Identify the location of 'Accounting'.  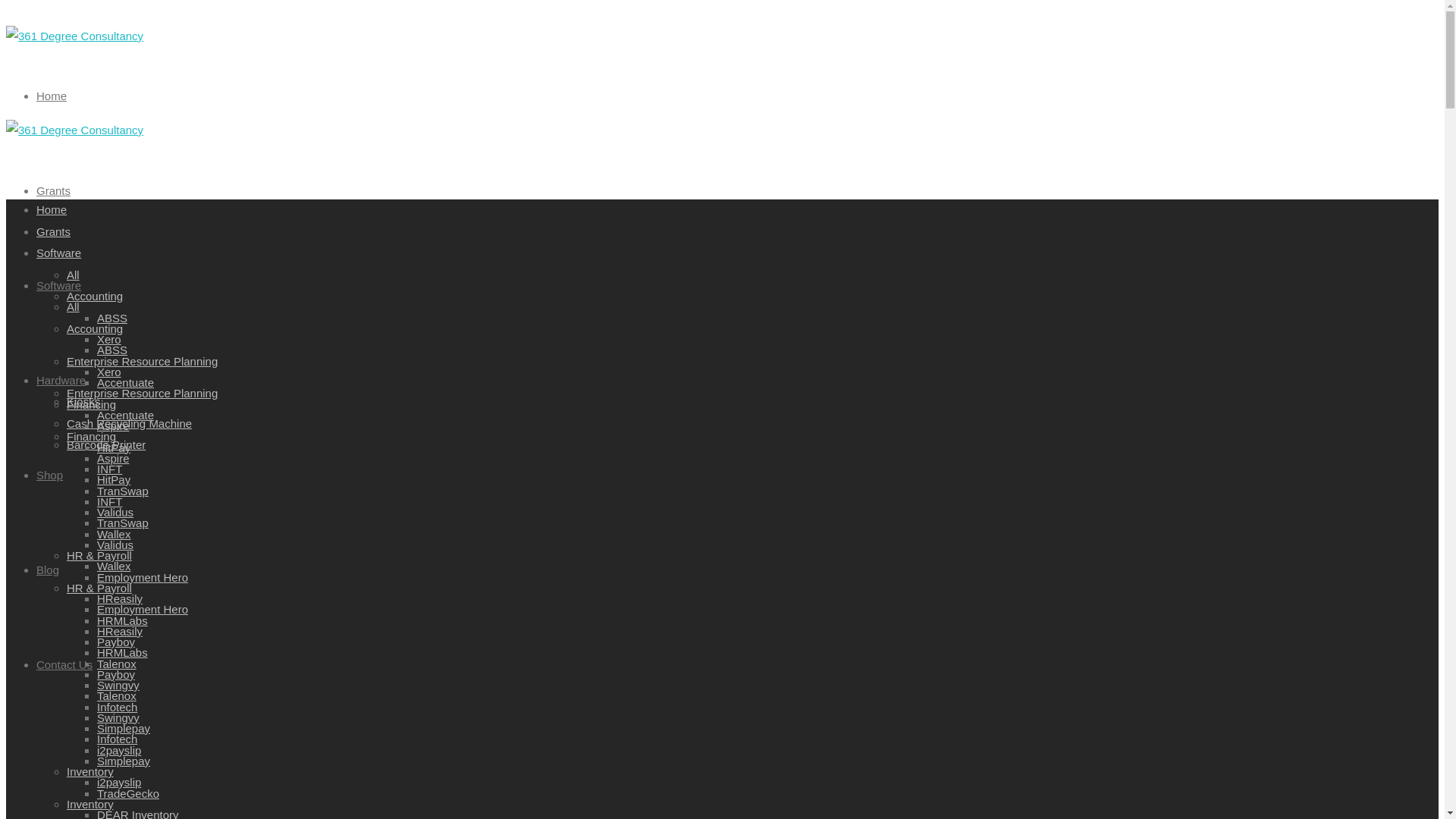
(93, 327).